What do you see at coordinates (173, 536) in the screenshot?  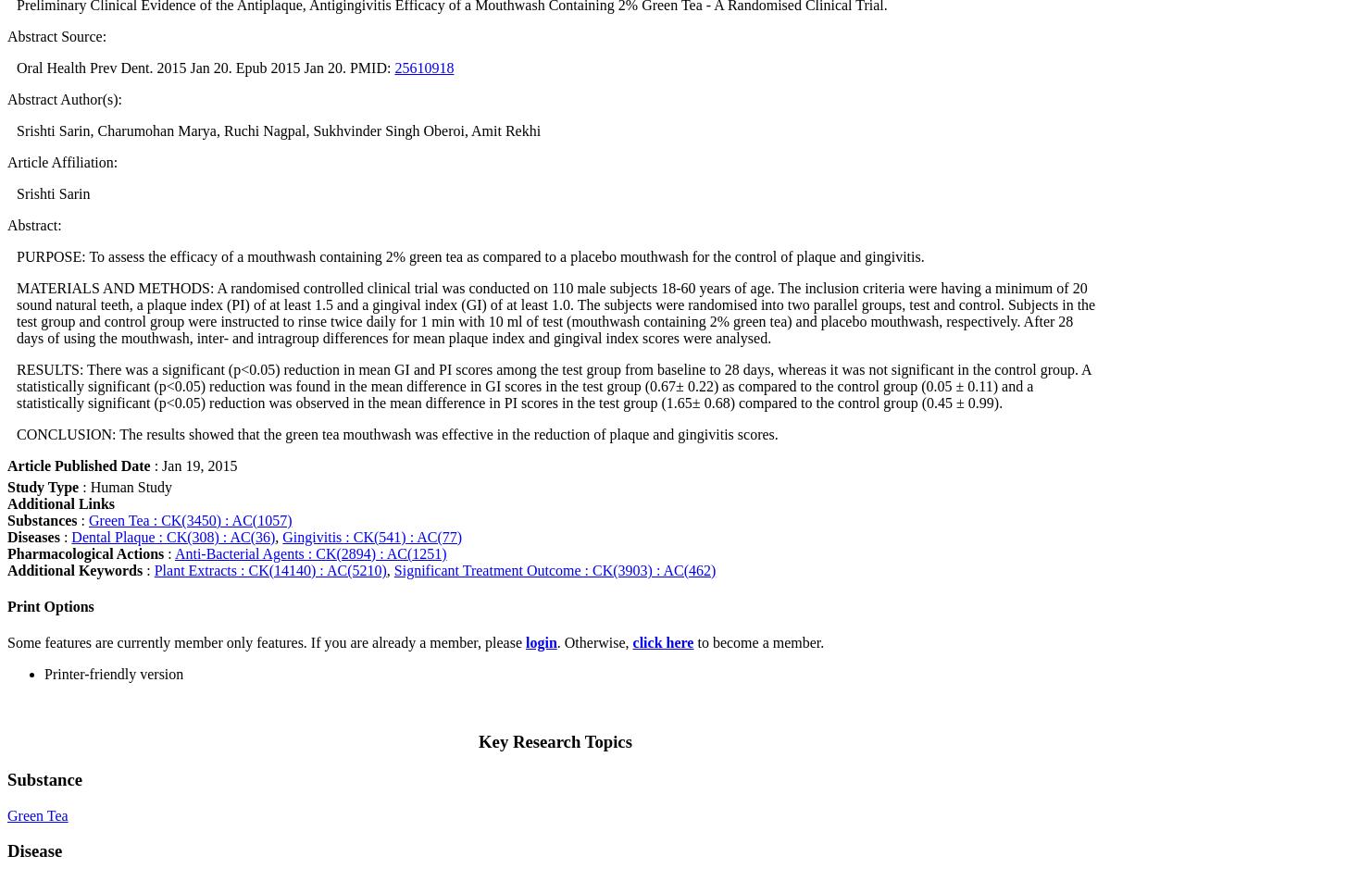 I see `'Dental Plaque : CK(308) : AC(36)'` at bounding box center [173, 536].